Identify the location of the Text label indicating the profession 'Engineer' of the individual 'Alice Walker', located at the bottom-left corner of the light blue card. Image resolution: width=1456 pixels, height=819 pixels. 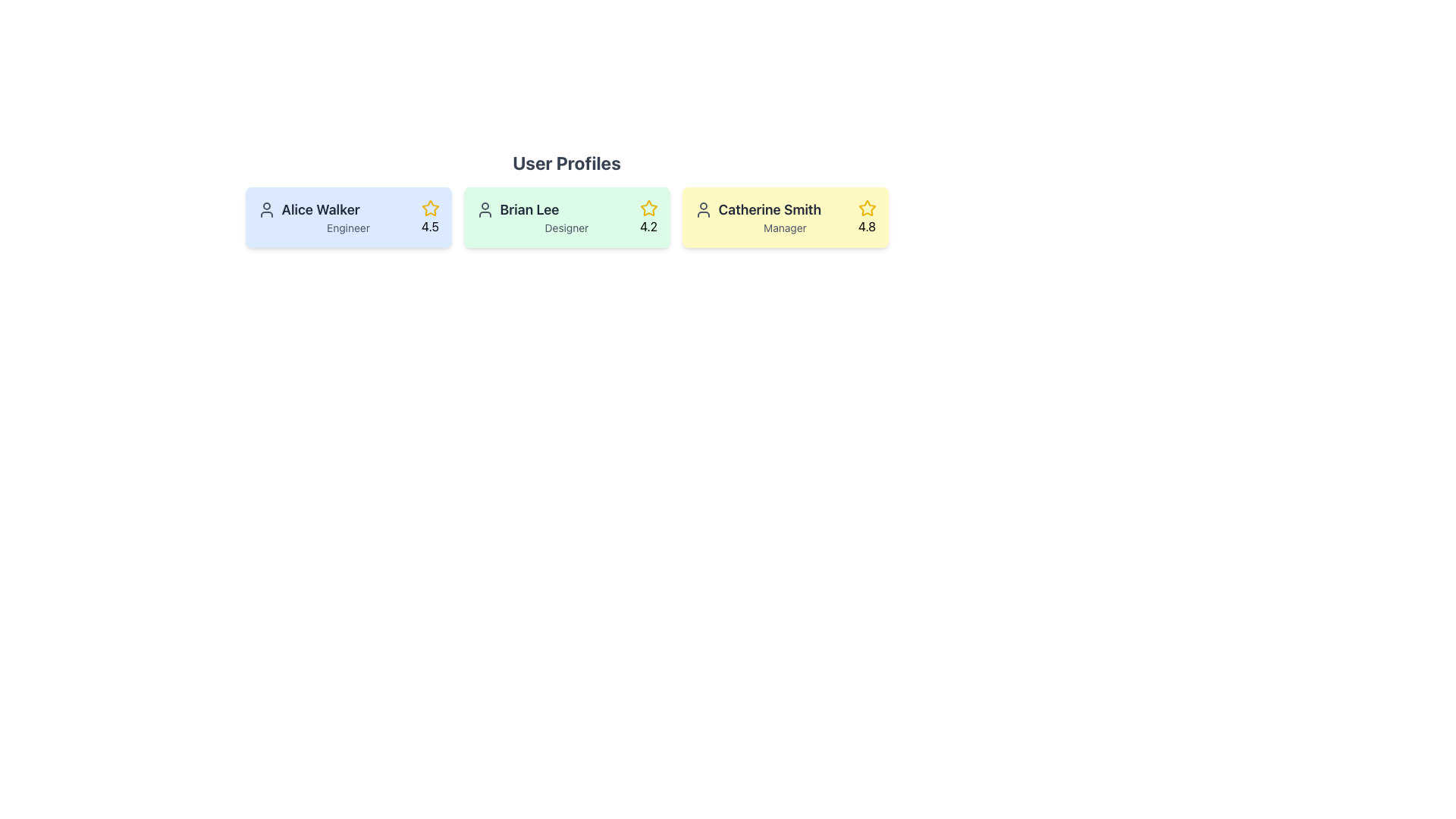
(347, 227).